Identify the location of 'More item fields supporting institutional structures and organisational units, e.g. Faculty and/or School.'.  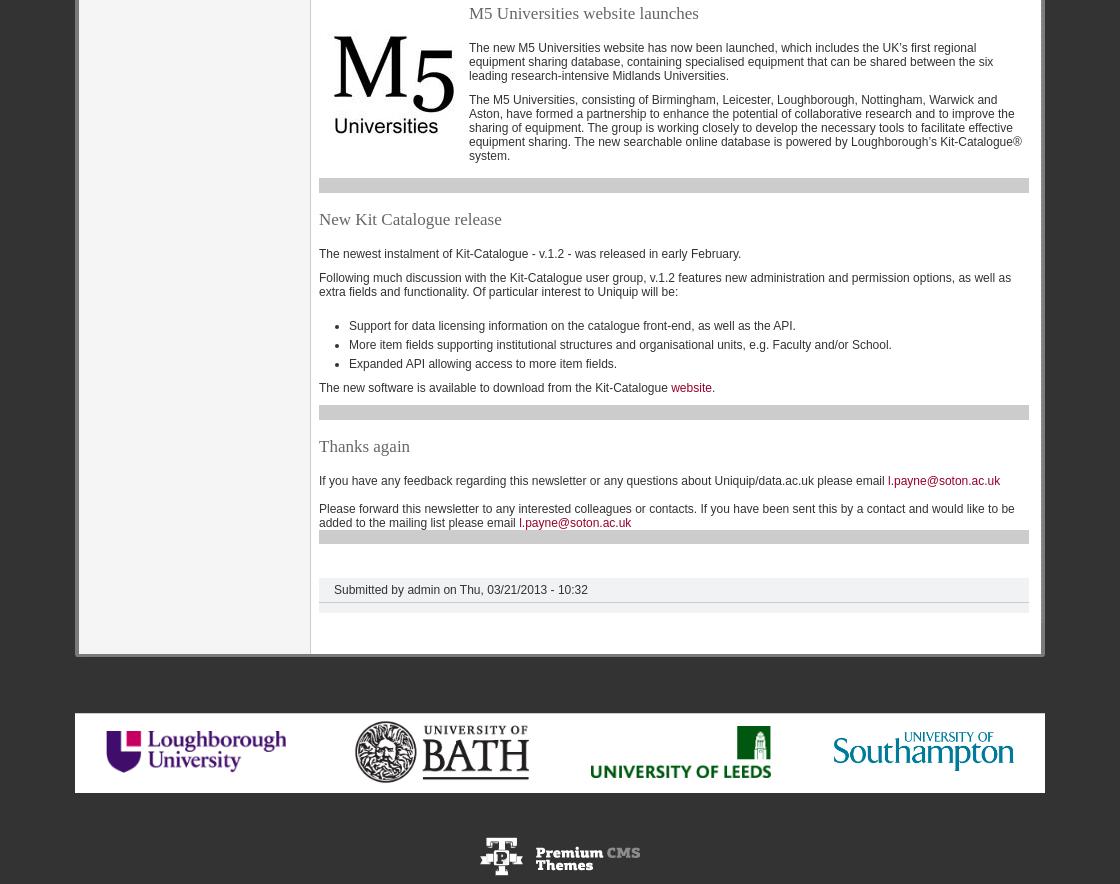
(348, 342).